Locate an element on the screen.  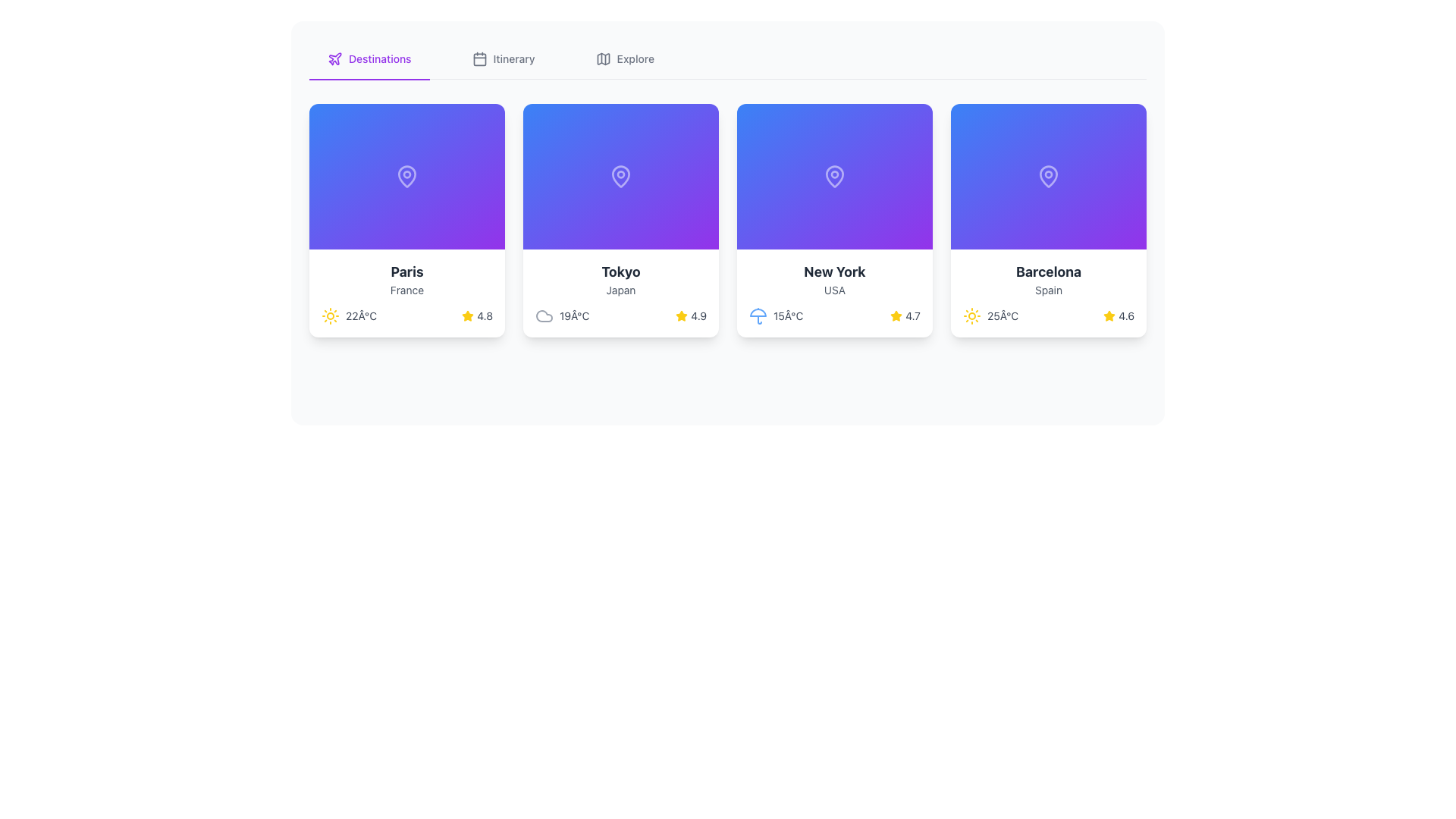
the weather icon indicating cloudy conditions in the bottom-left corner of the 'Tokyo' card is located at coordinates (544, 315).